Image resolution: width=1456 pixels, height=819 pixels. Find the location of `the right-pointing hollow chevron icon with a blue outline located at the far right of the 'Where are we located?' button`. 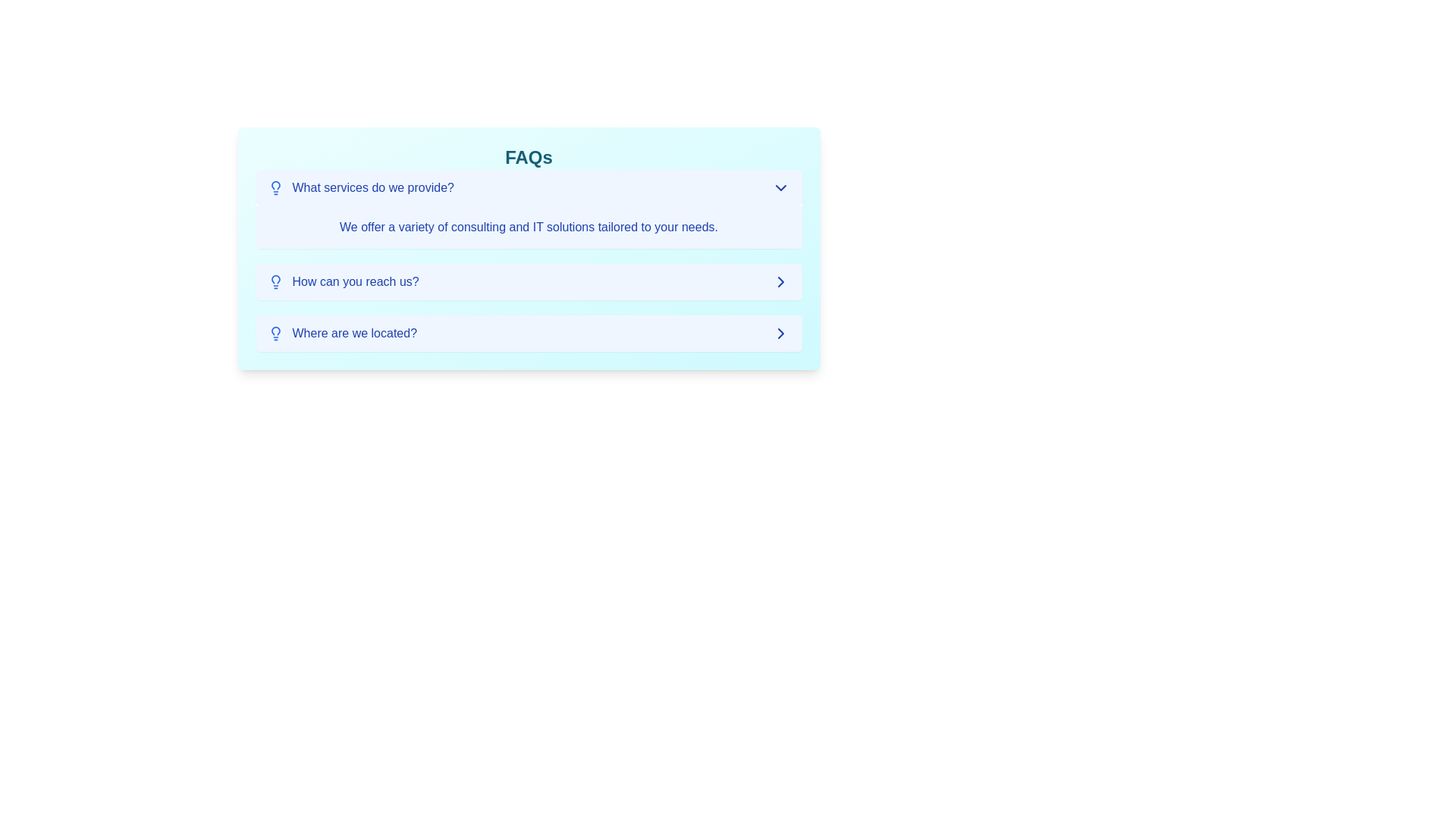

the right-pointing hollow chevron icon with a blue outline located at the far right of the 'Where are we located?' button is located at coordinates (780, 332).